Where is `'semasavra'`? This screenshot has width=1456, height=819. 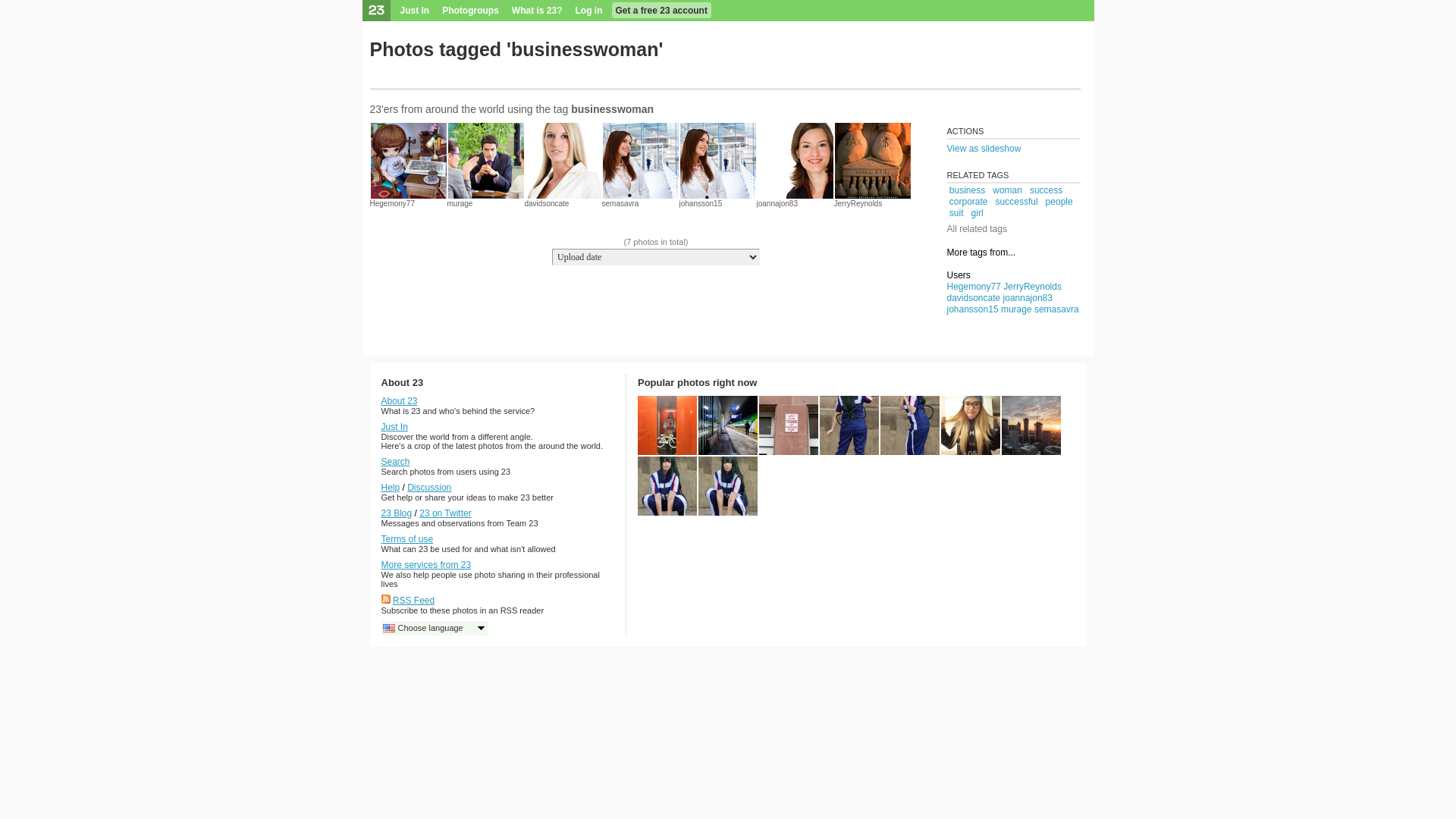
'semasavra' is located at coordinates (620, 202).